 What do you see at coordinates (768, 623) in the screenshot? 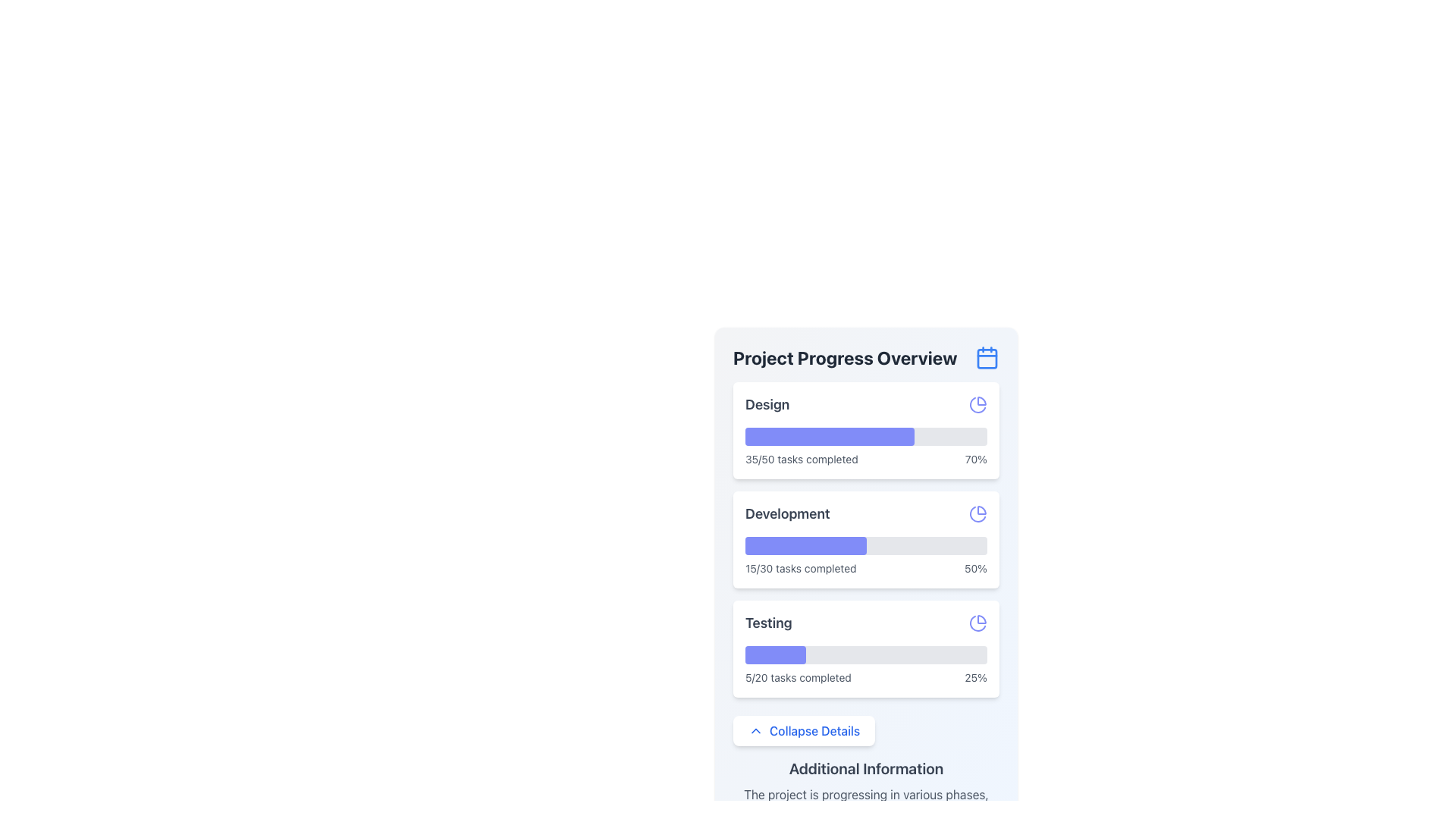
I see `the 'Testing' text label which displays the text in bold medium gray within a white box, located in the middle section of its containing box` at bounding box center [768, 623].